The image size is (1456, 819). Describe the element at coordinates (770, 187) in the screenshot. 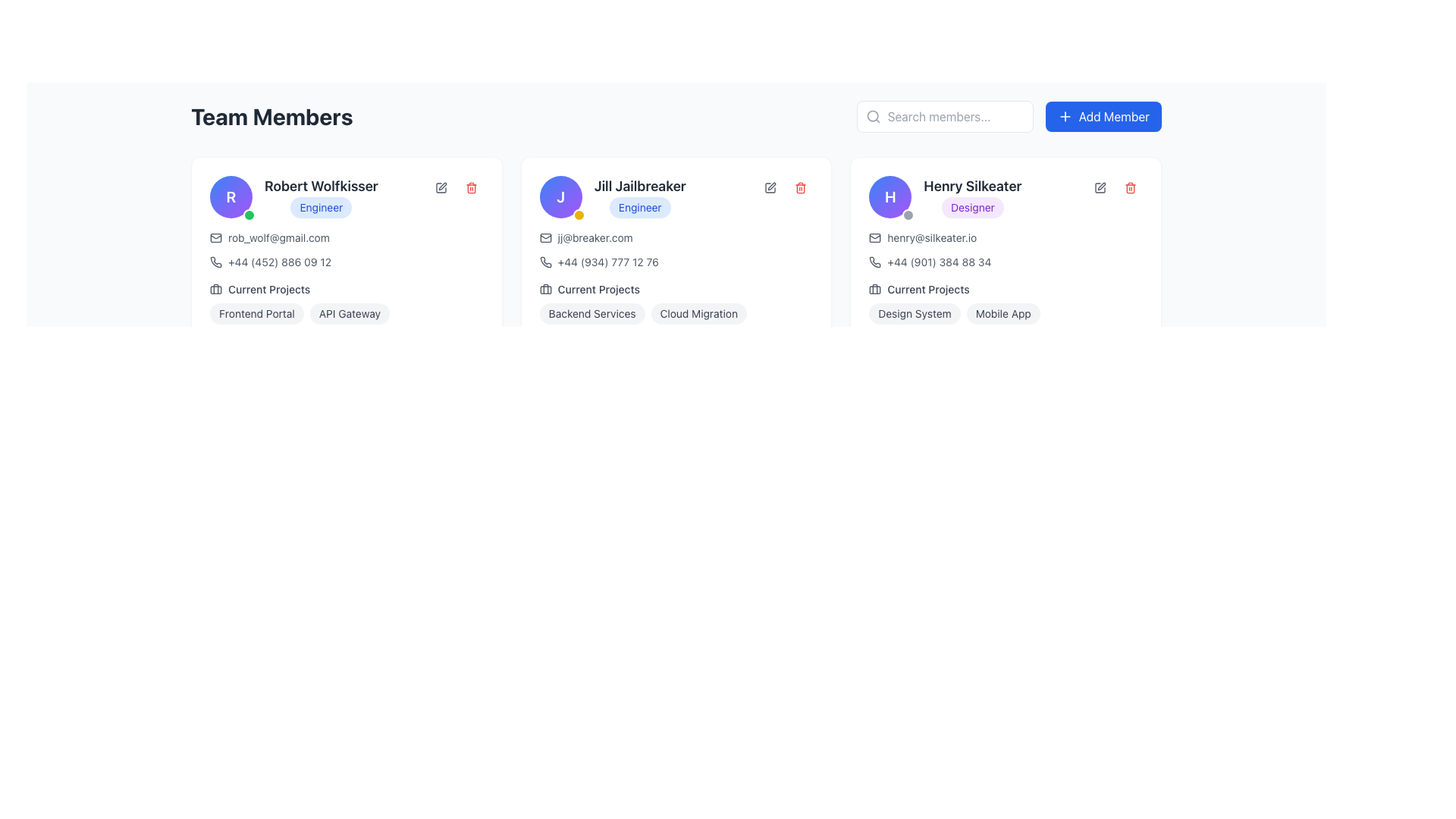

I see `the pen icon located at the top-right corner of Jill Jailbreaker's user card` at that location.